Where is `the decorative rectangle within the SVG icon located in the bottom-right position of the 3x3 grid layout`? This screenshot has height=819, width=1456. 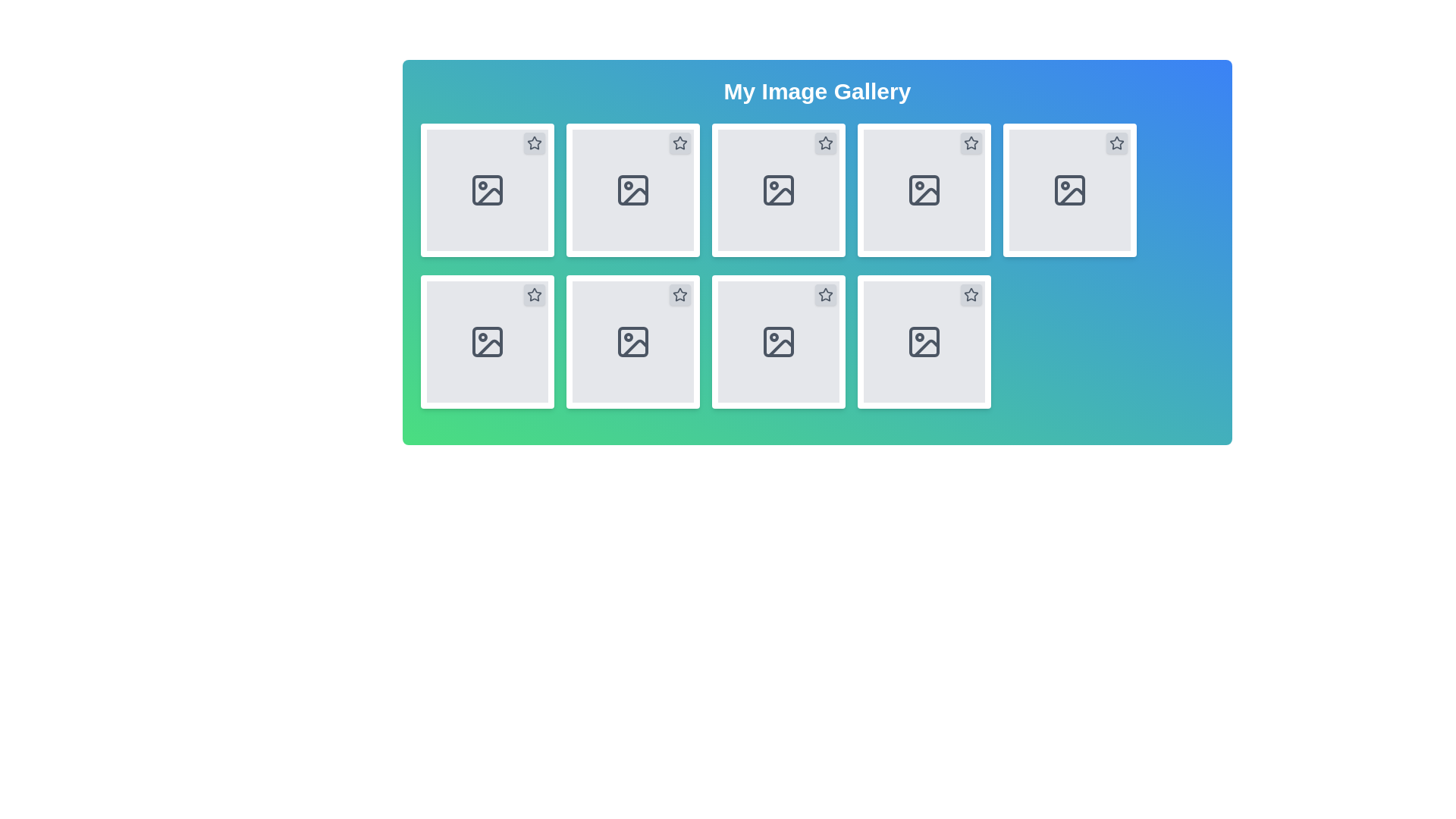
the decorative rectangle within the SVG icon located in the bottom-right position of the 3x3 grid layout is located at coordinates (924, 342).